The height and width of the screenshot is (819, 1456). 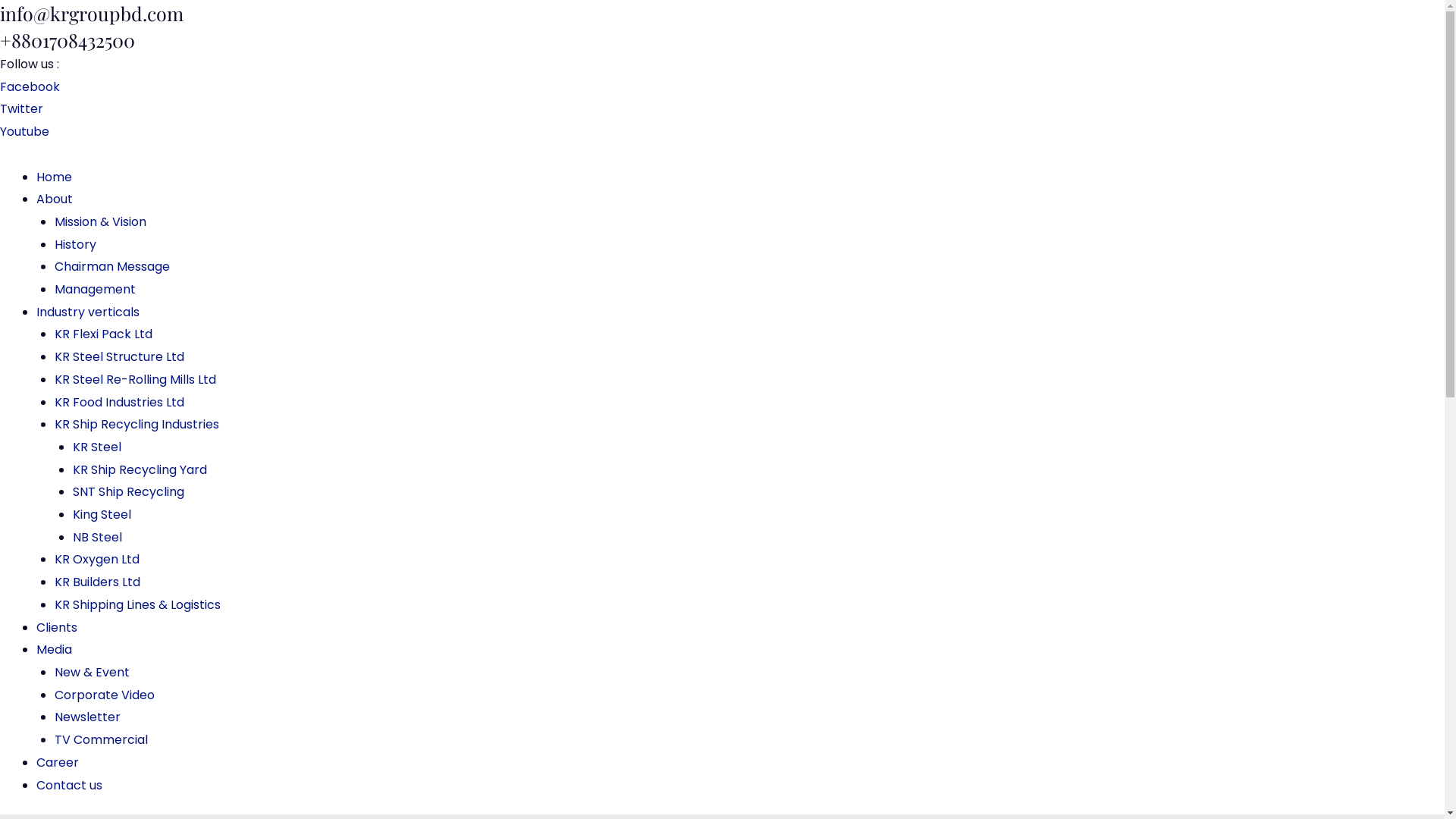 What do you see at coordinates (0, 130) in the screenshot?
I see `'Youtube'` at bounding box center [0, 130].